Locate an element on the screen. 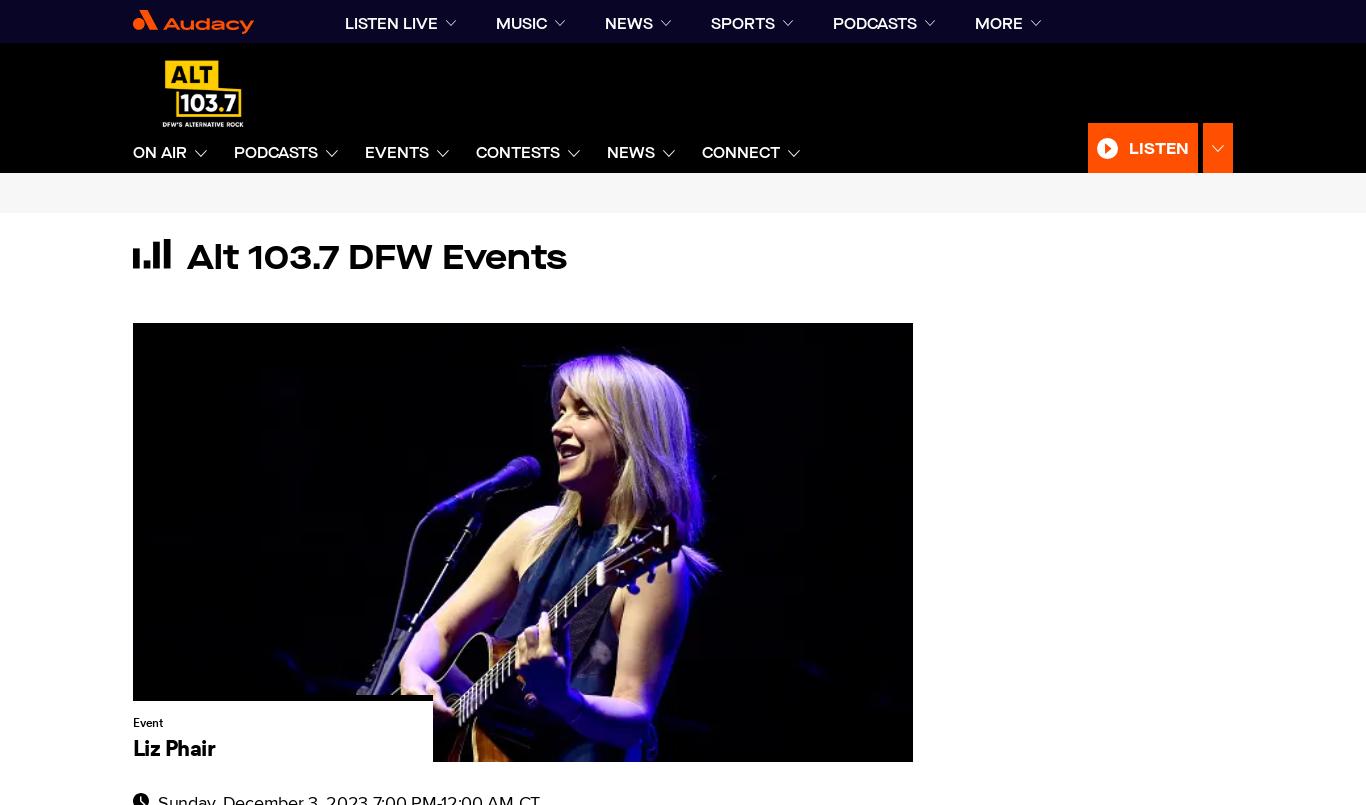  'sports' is located at coordinates (742, 23).